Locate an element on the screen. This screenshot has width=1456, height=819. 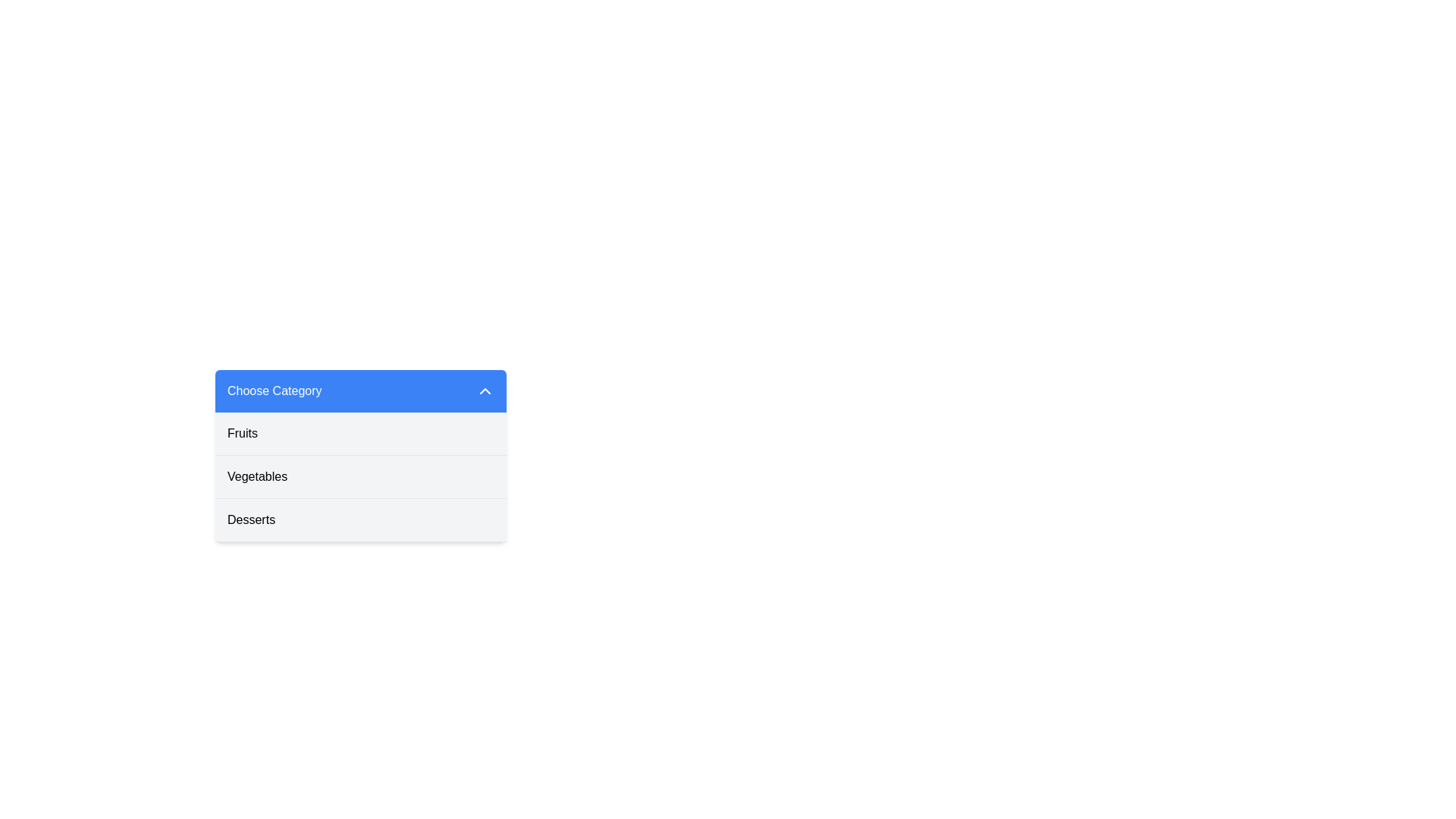
the 'Desserts' option in the dropdown menu titled 'Choose Category', which is the third item in the list is located at coordinates (359, 519).